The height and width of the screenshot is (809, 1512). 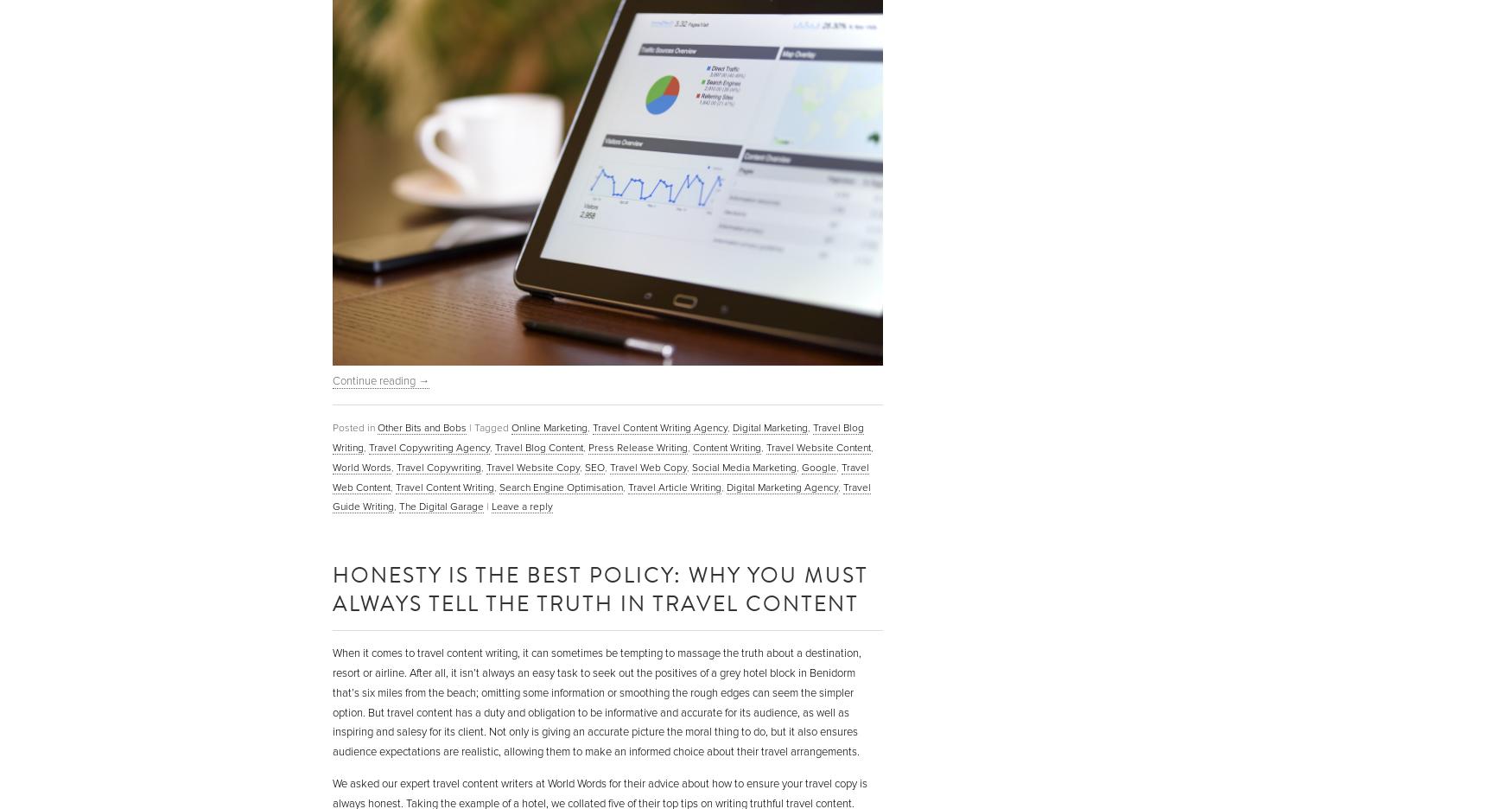 I want to click on 'Travel Content Writing', so click(x=444, y=486).